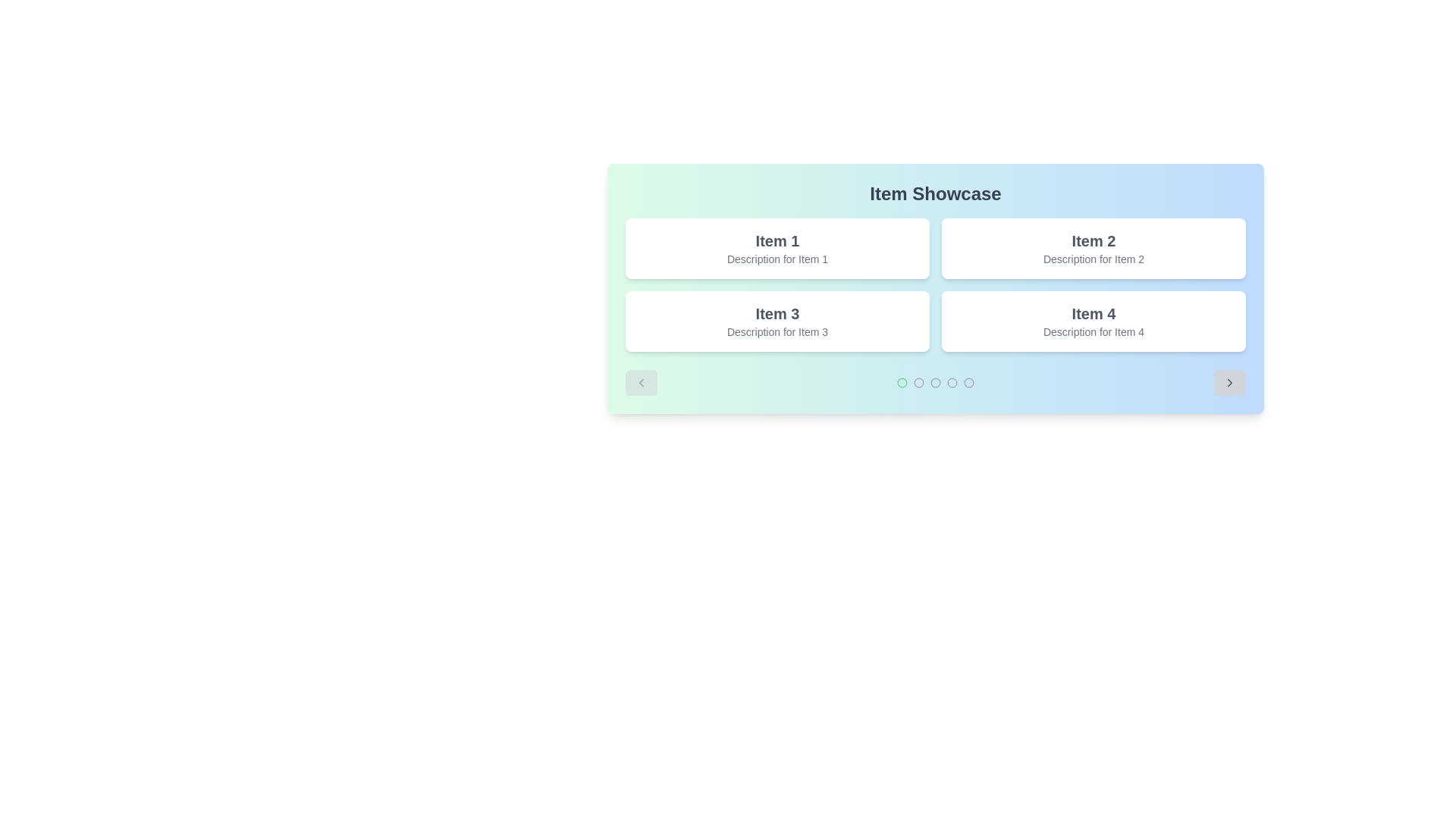 The width and height of the screenshot is (1456, 819). I want to click on the chevron icon located in the bottom-right corner of the 'Item Showcase' section, so click(1230, 382).